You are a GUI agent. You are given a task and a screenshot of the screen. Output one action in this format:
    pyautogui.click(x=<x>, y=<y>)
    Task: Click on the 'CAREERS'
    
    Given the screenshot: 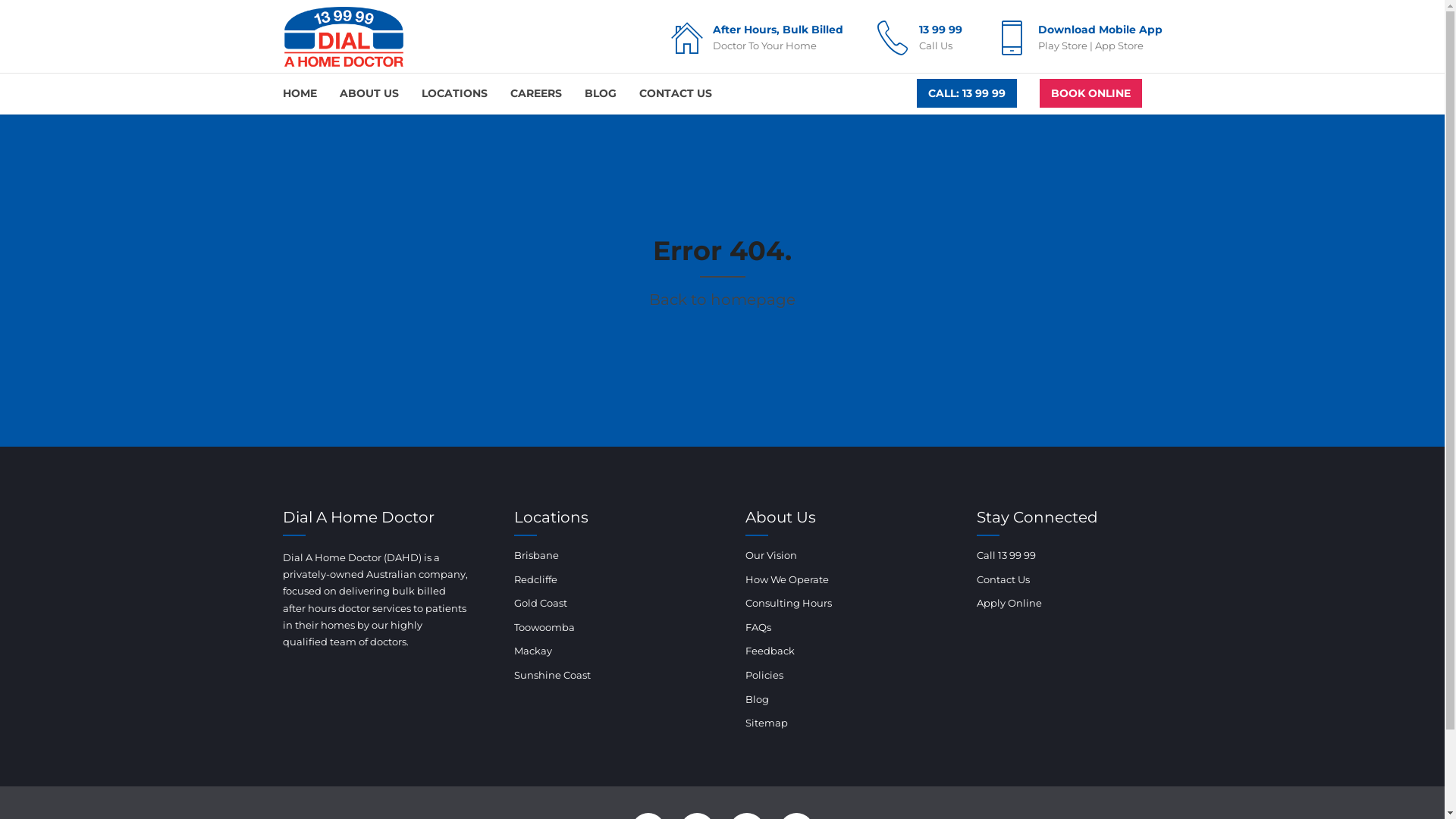 What is the action you would take?
    pyautogui.click(x=535, y=93)
    